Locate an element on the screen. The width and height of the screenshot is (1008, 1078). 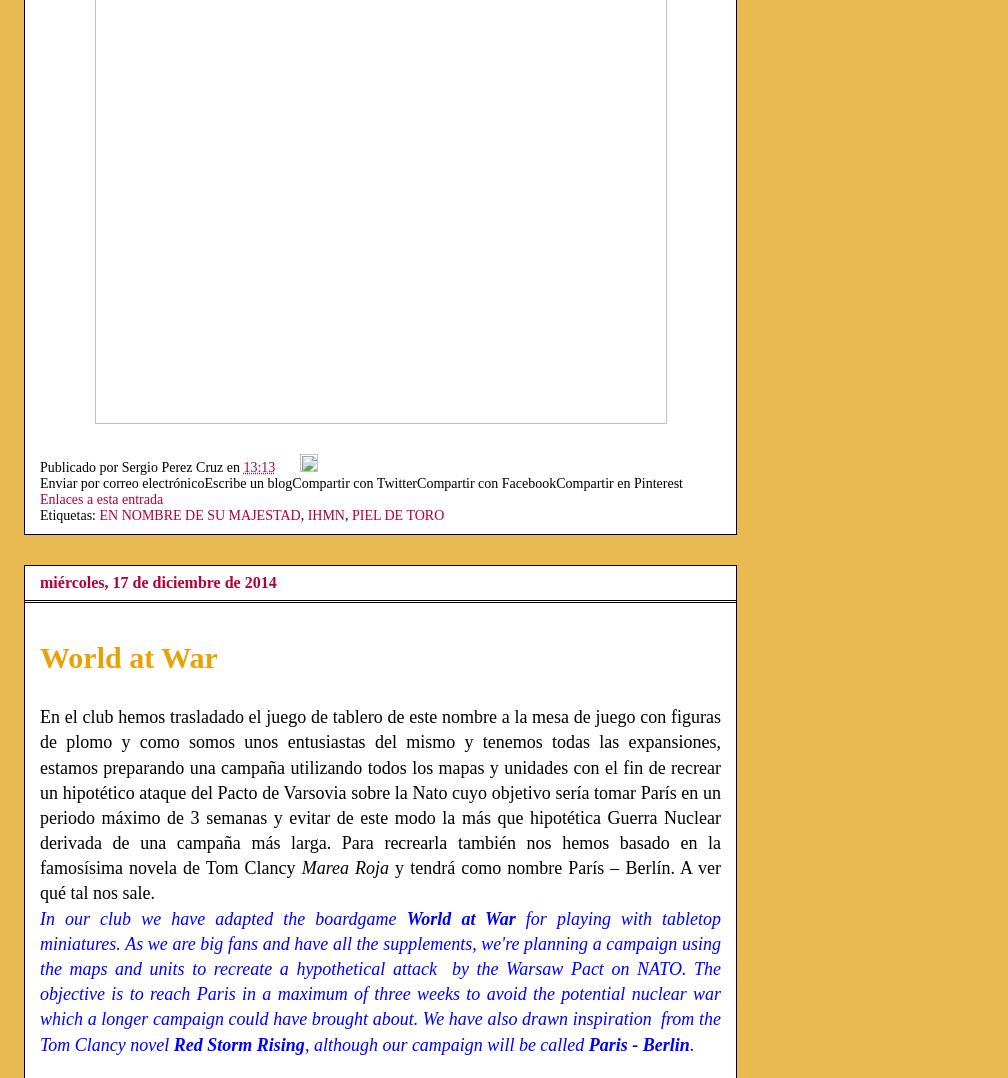
'PIEL DE TORO' is located at coordinates (350, 515).